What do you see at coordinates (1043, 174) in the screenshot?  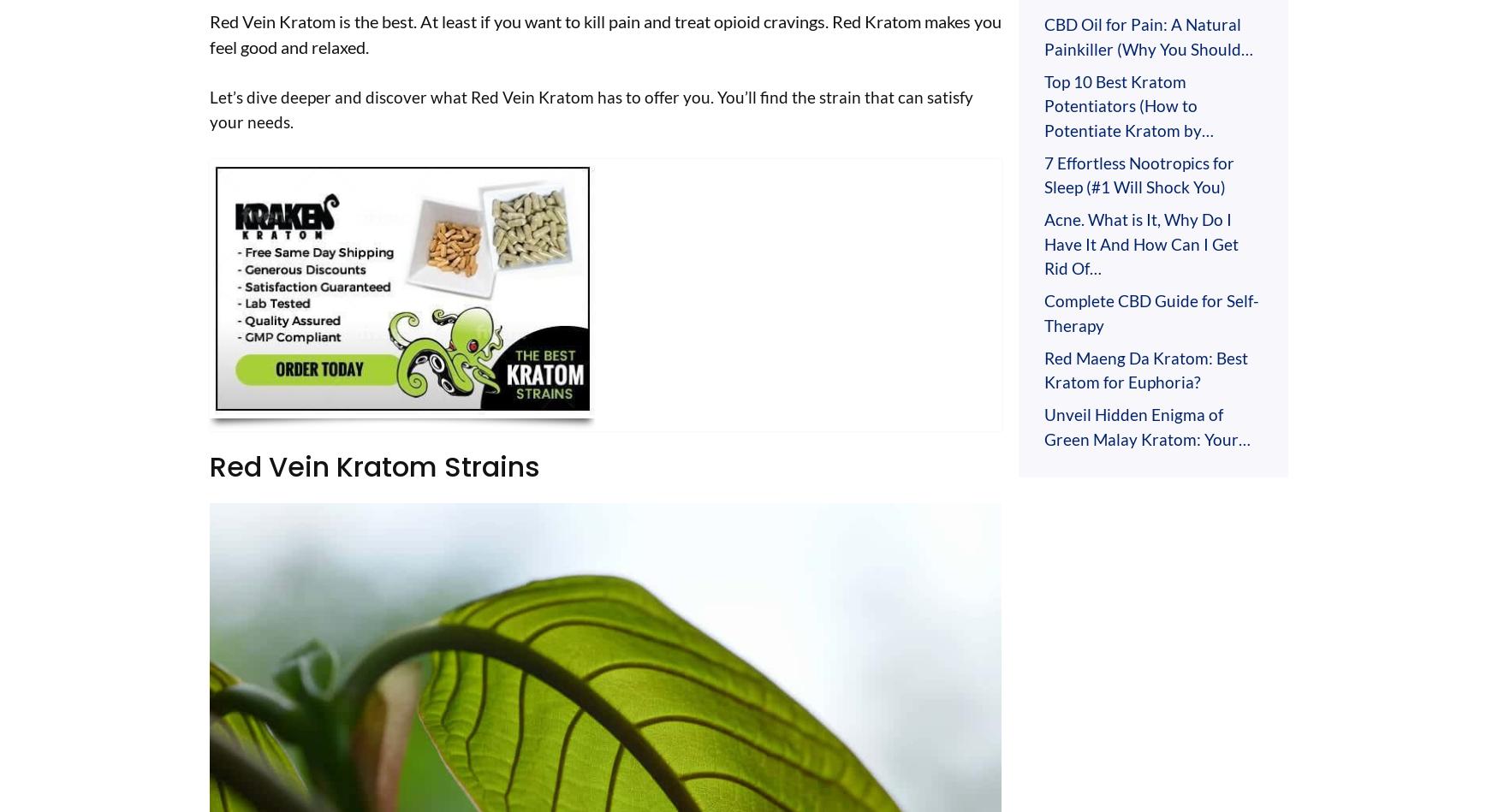 I see `'7 Effortless Nootropics for Sleep (#1 Will Shock You)'` at bounding box center [1043, 174].